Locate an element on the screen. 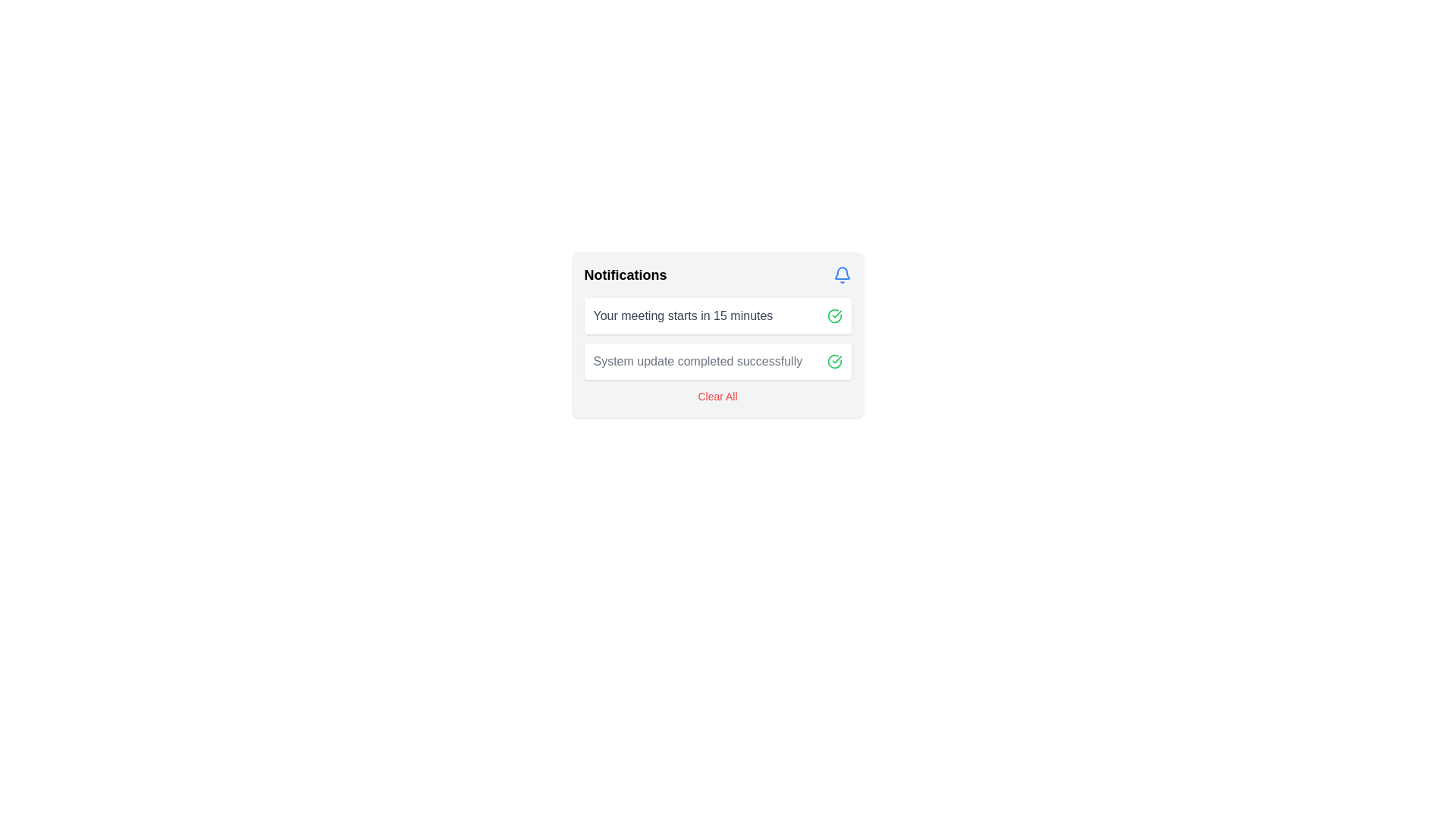  the 'Clear All' button, which is a small text button with red-colored text located at the bottom of the notification section is located at coordinates (717, 396).